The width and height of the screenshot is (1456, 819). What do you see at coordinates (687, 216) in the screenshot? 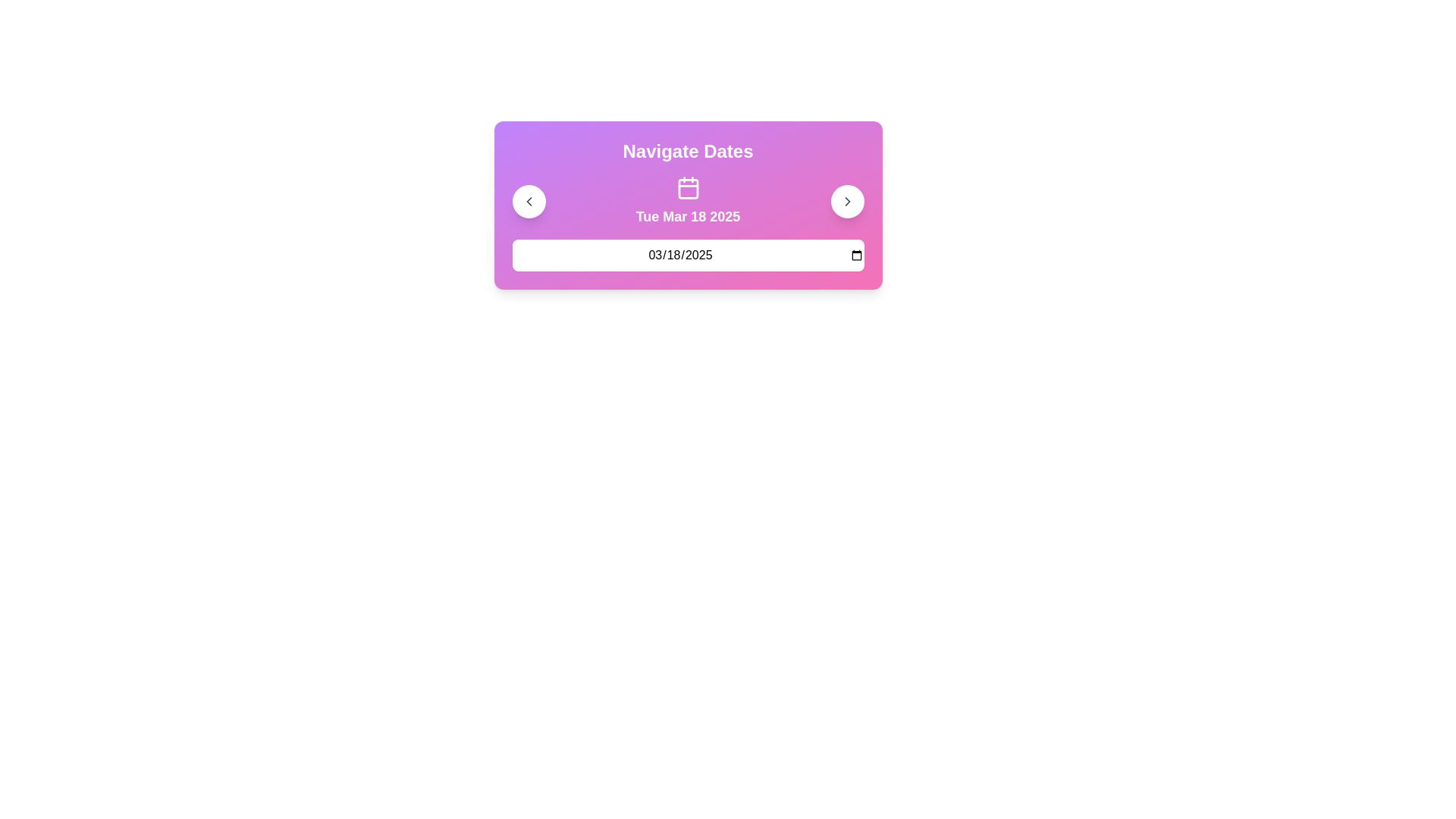
I see `the text label that displays the currently active date, located under the calendar icon in the 'Navigate Dates' panel` at bounding box center [687, 216].